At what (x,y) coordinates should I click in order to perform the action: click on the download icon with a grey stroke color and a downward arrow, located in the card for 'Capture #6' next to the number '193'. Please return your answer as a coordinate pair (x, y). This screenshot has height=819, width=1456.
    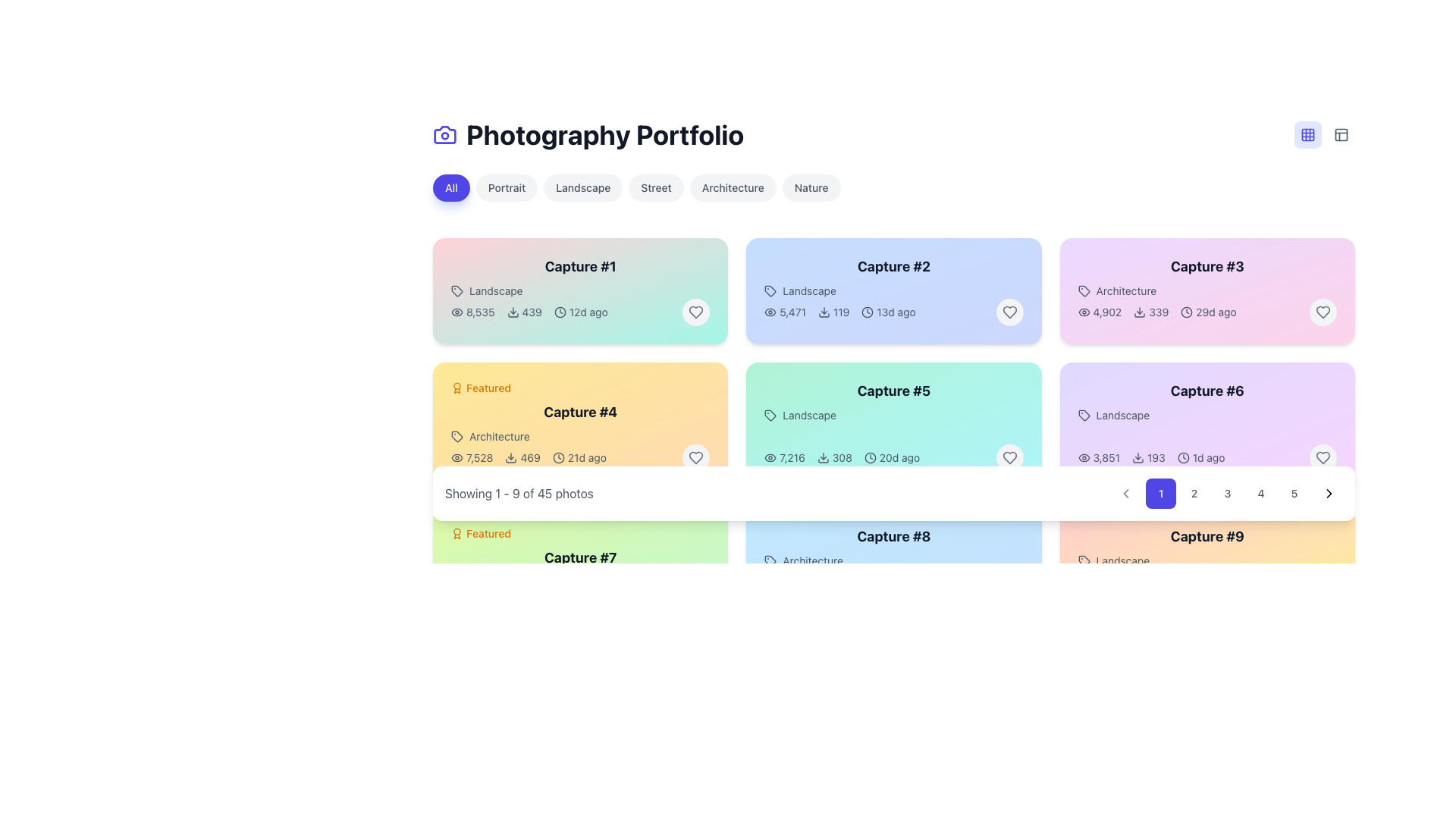
    Looking at the image, I should click on (1138, 457).